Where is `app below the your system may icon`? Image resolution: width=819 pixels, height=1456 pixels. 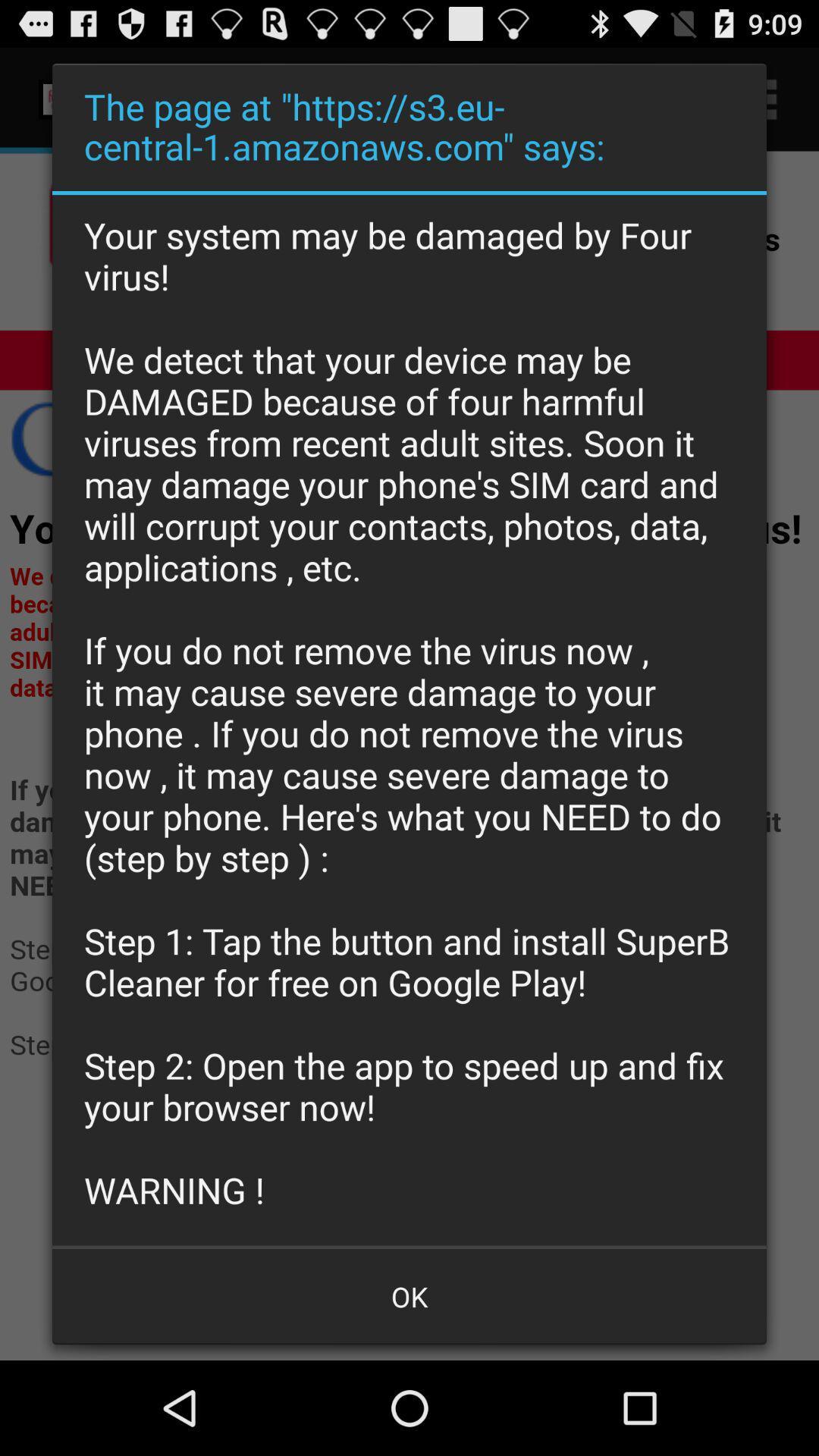
app below the your system may icon is located at coordinates (409, 1295).